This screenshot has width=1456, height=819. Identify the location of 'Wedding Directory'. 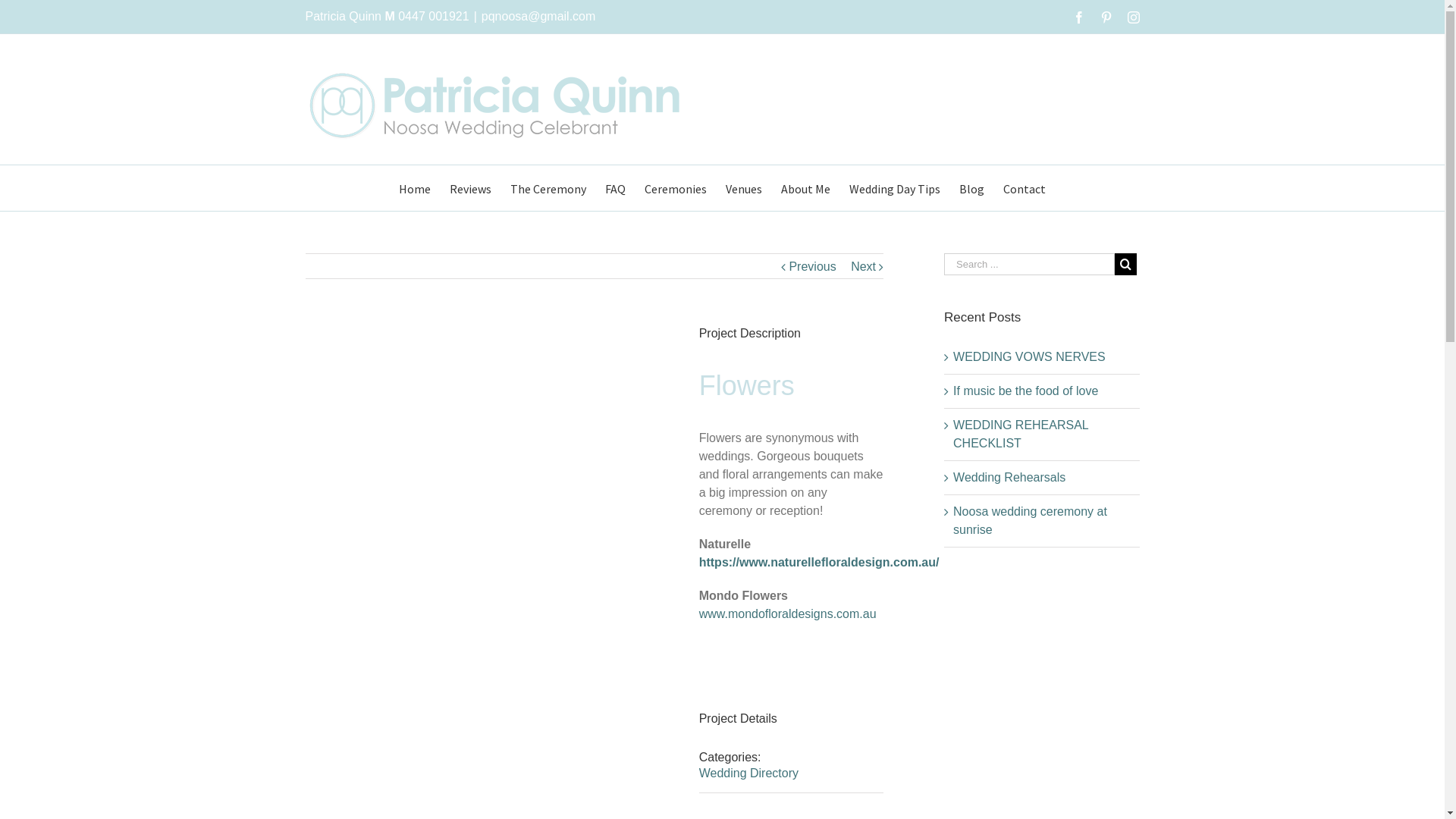
(698, 773).